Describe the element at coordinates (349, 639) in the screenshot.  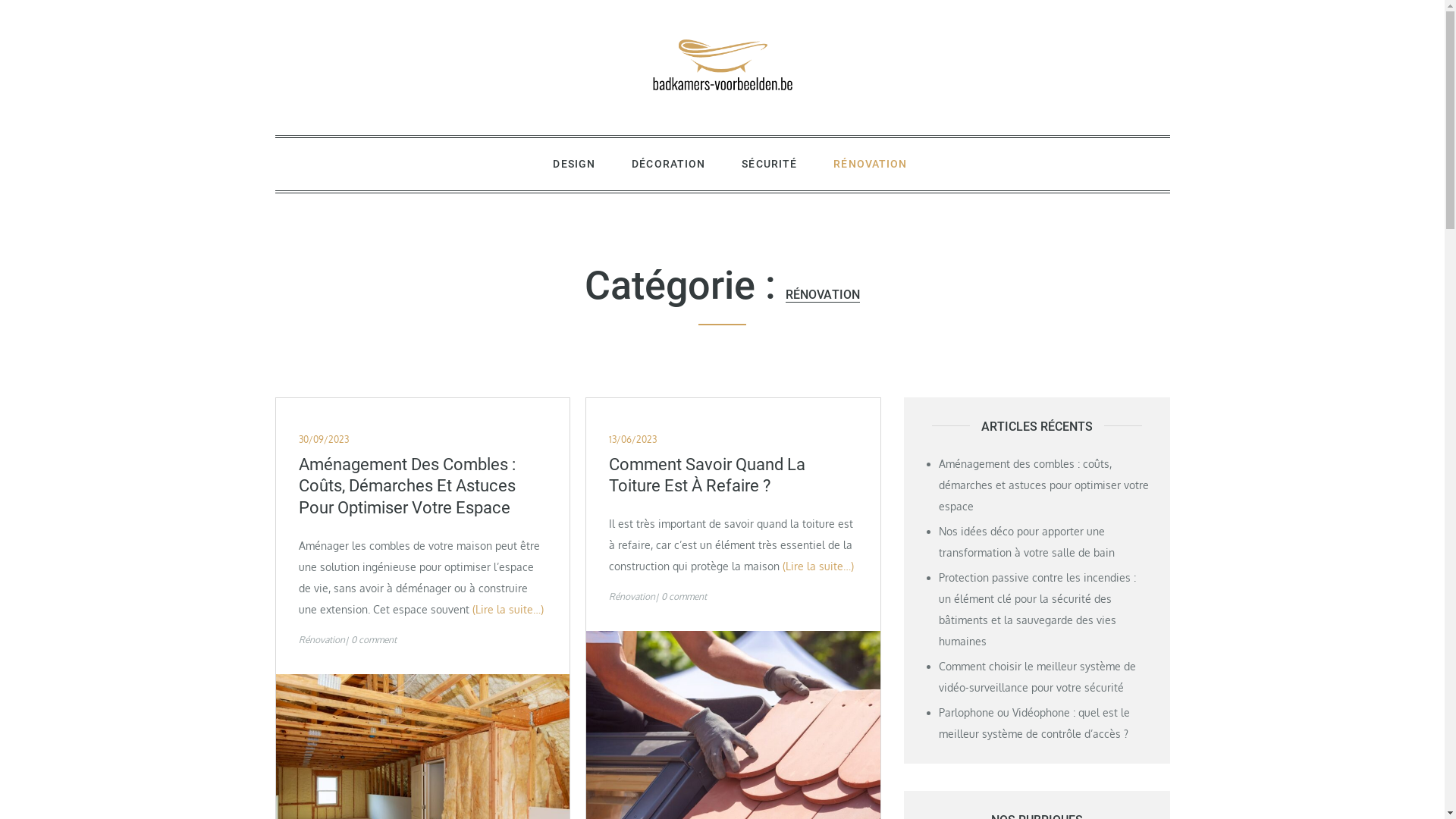
I see `'0 comment'` at that location.